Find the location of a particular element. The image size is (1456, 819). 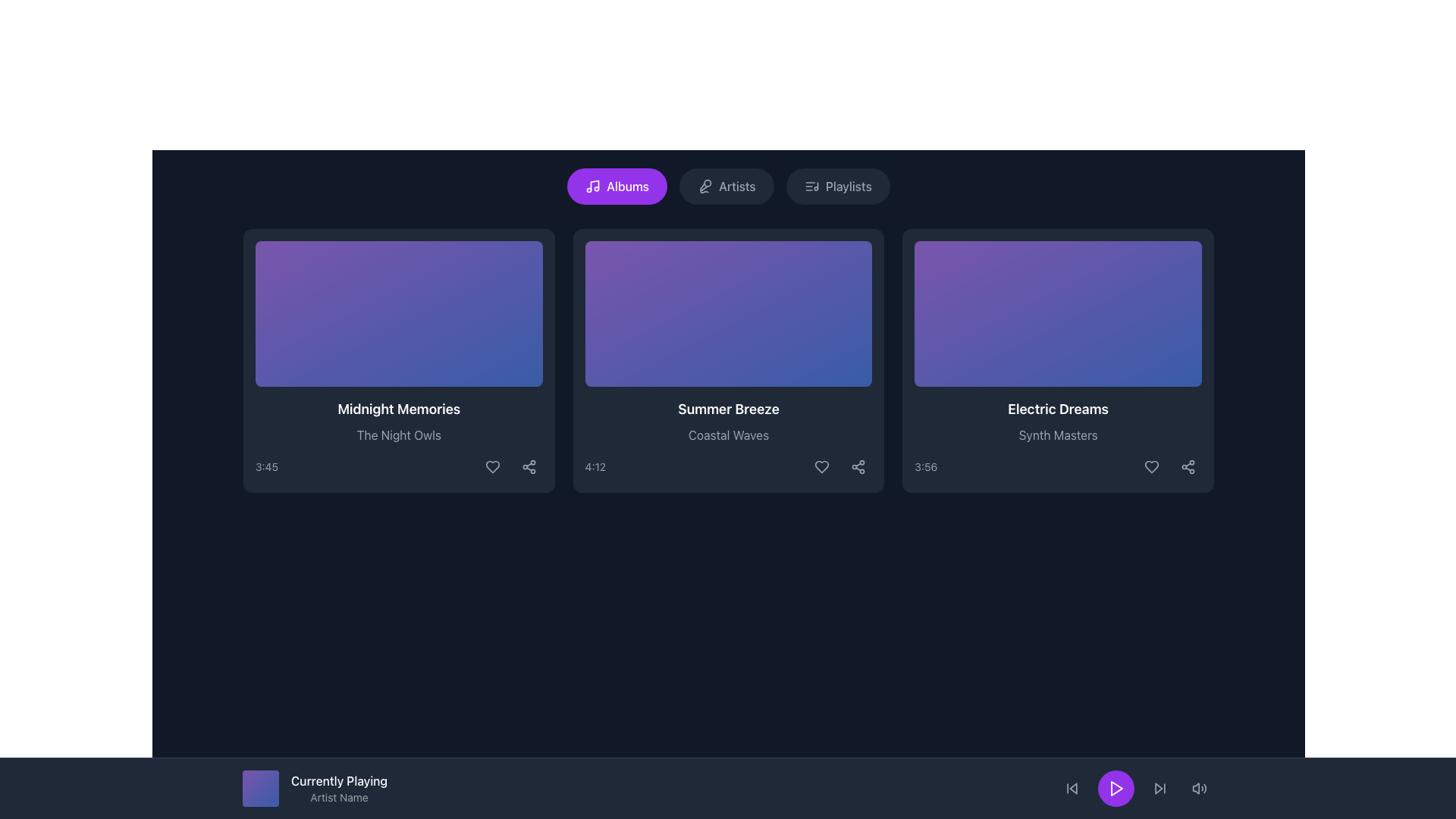

the favorite icon at the bottom-right corner of the 'Midnight Memories' card to mark the item as a favorite is located at coordinates (492, 466).